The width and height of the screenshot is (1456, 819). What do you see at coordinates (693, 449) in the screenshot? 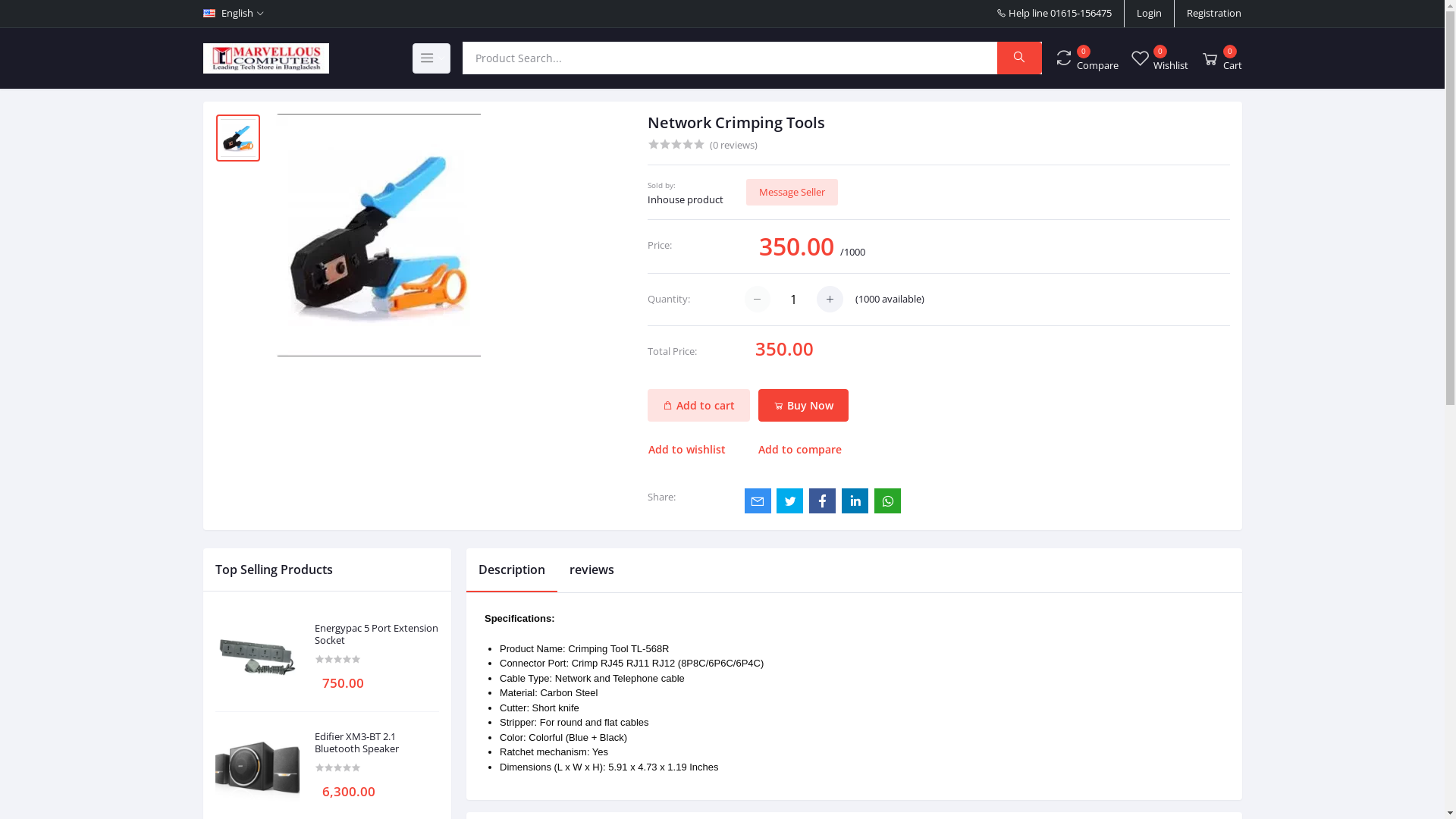
I see `'Add to wishlist'` at bounding box center [693, 449].